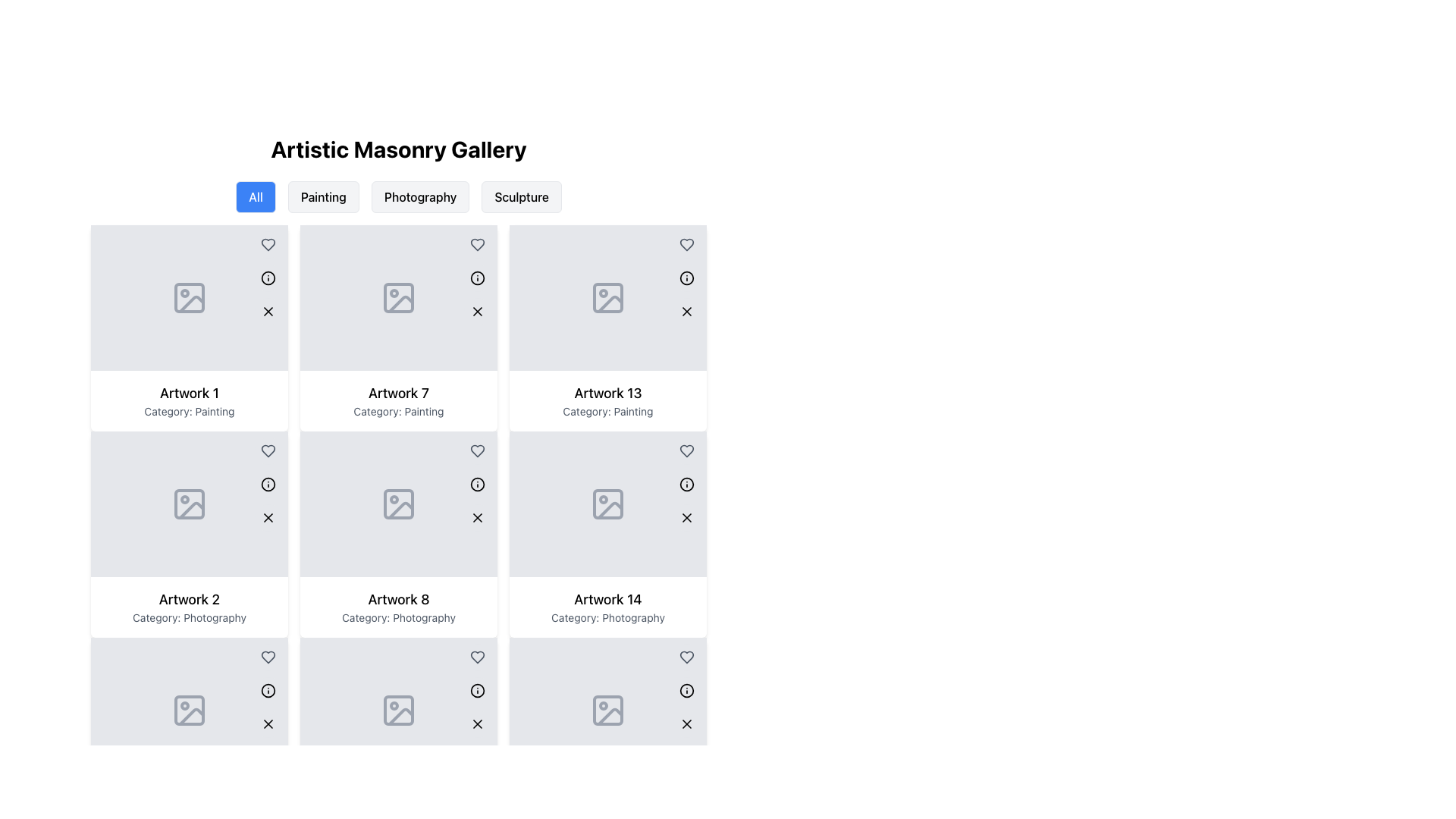  I want to click on the 'Photography' tab-like button to filter items in the Artistic Masonry Gallery, which is the third tab in the row of category tabs, so click(420, 196).